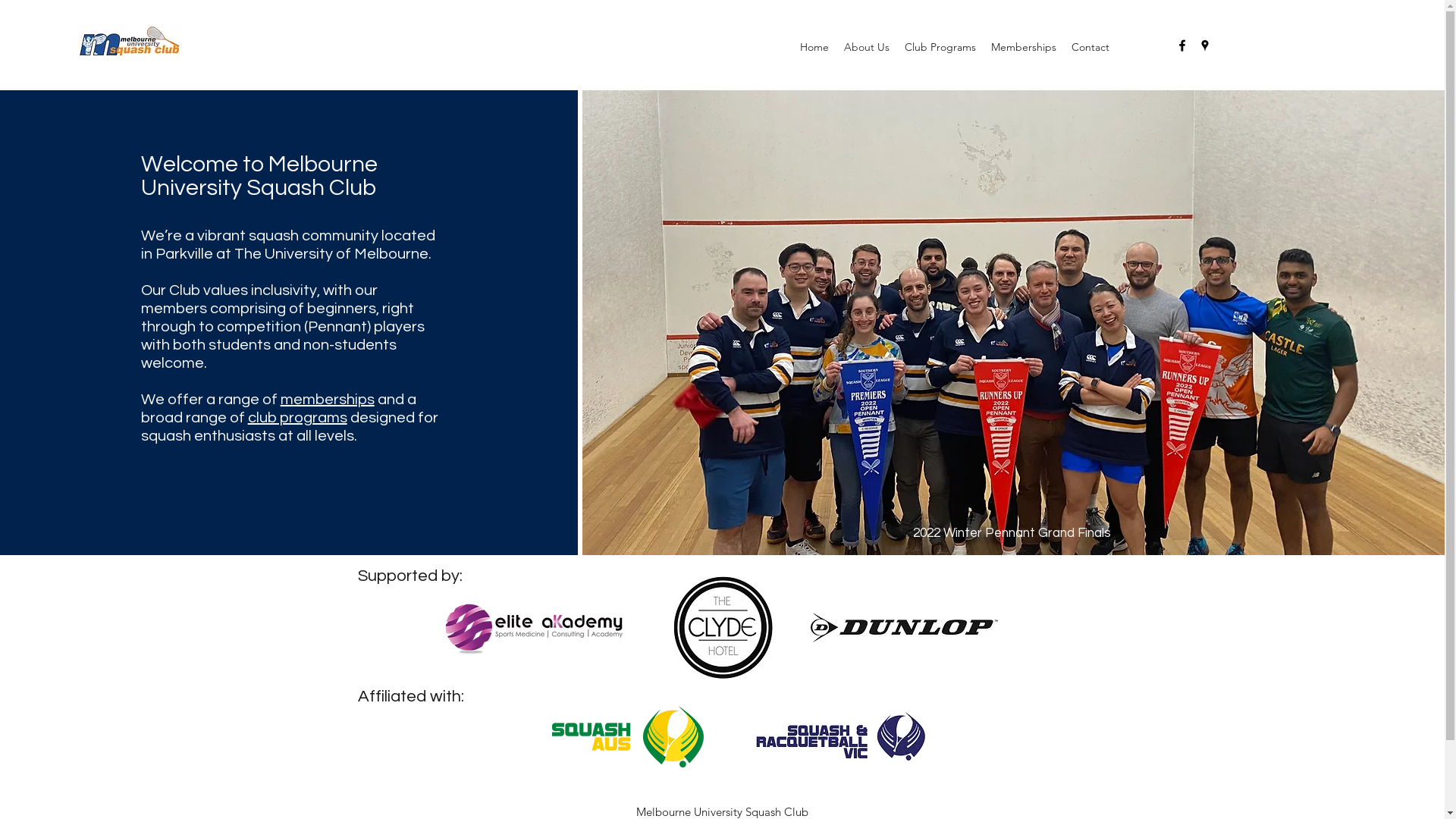 This screenshot has height=819, width=1456. I want to click on 'Memberships', so click(1023, 45).